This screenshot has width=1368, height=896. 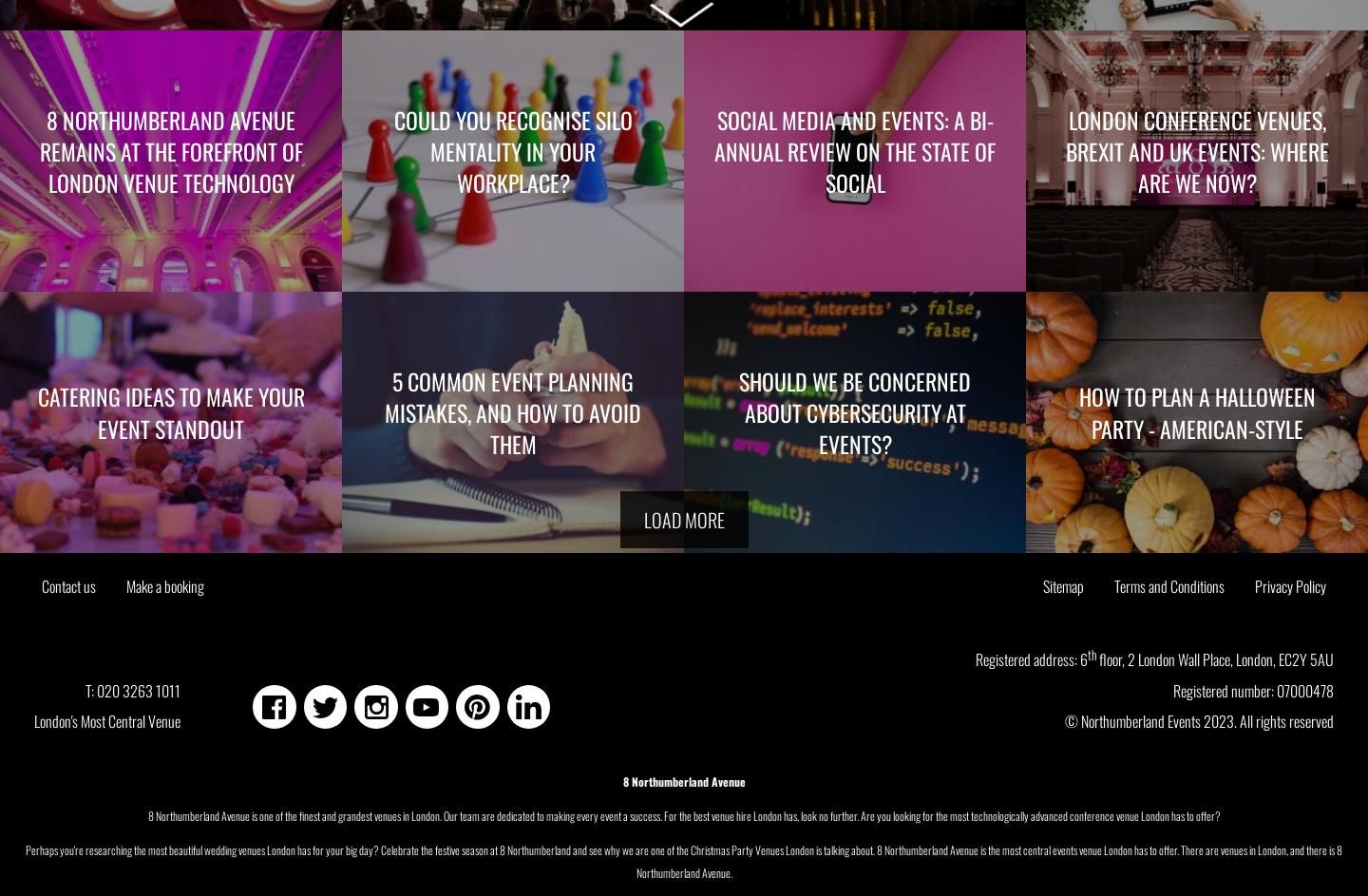 What do you see at coordinates (33, 719) in the screenshot?
I see `'London's Most Central Venue'` at bounding box center [33, 719].